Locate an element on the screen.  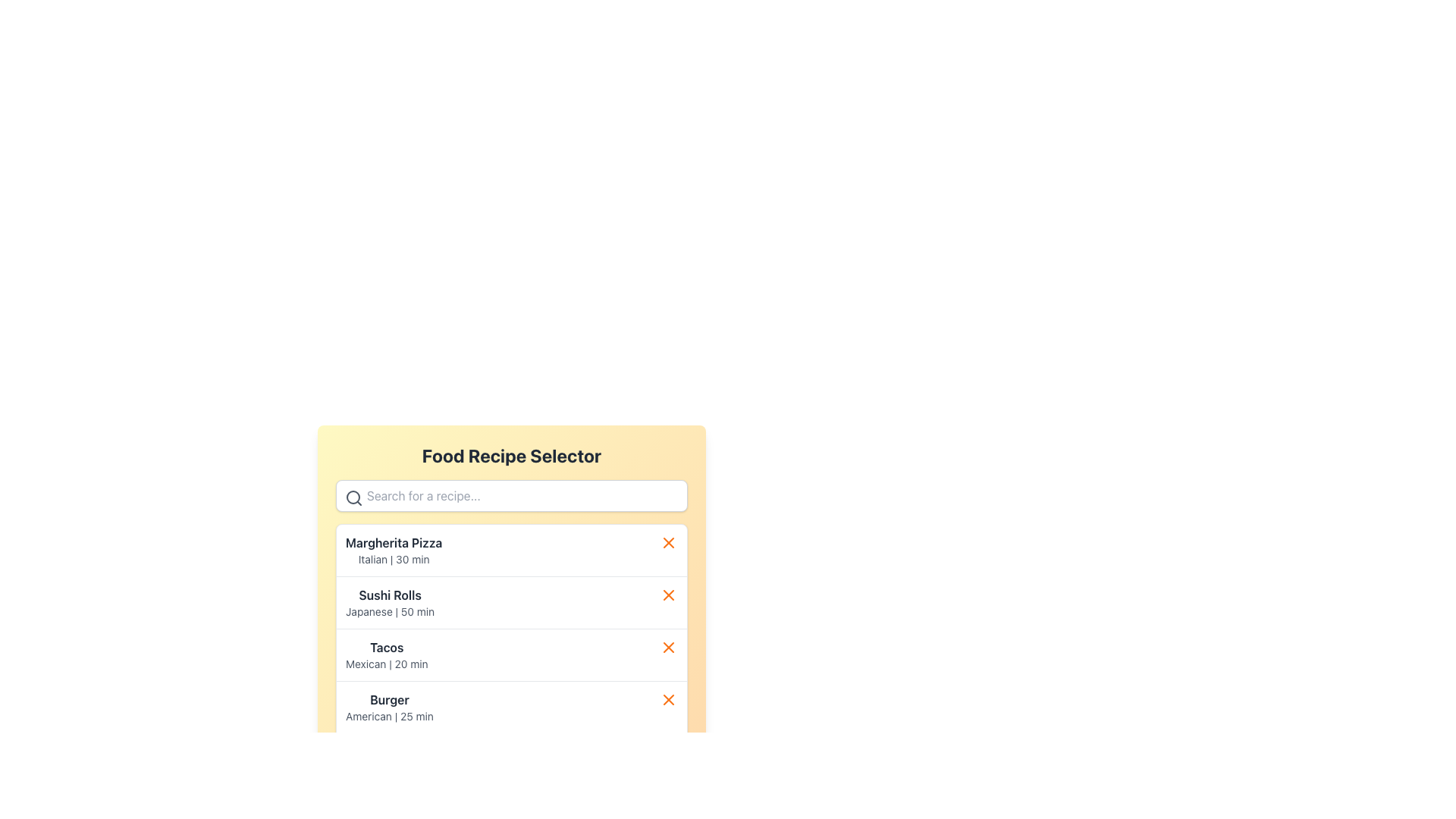
the third food option in the 'Food Recipe Selector' list is located at coordinates (512, 654).